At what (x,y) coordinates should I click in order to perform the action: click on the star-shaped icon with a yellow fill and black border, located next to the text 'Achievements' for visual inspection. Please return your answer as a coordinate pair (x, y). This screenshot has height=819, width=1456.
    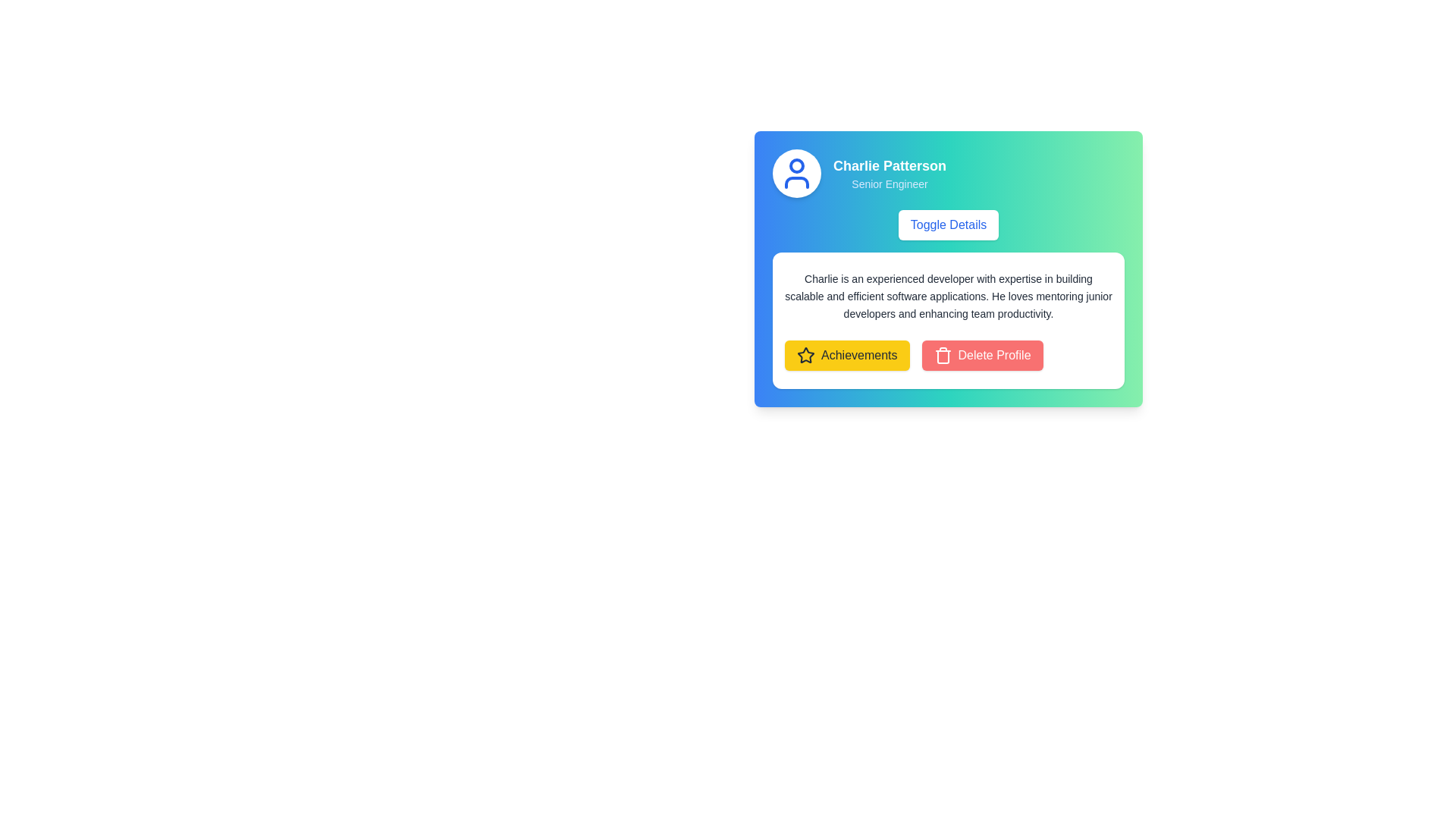
    Looking at the image, I should click on (805, 356).